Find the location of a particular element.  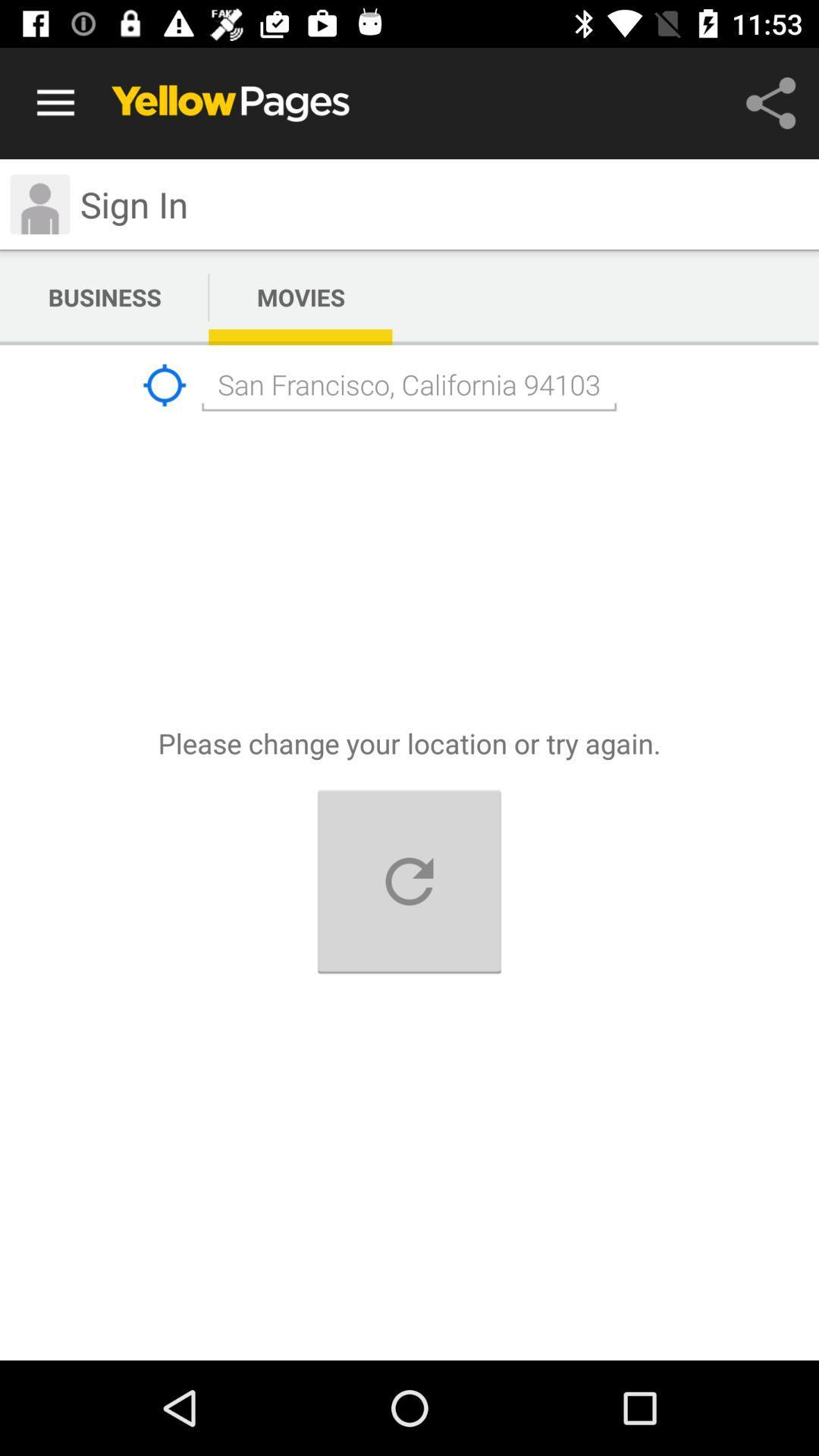

text next to business is located at coordinates (301, 297).